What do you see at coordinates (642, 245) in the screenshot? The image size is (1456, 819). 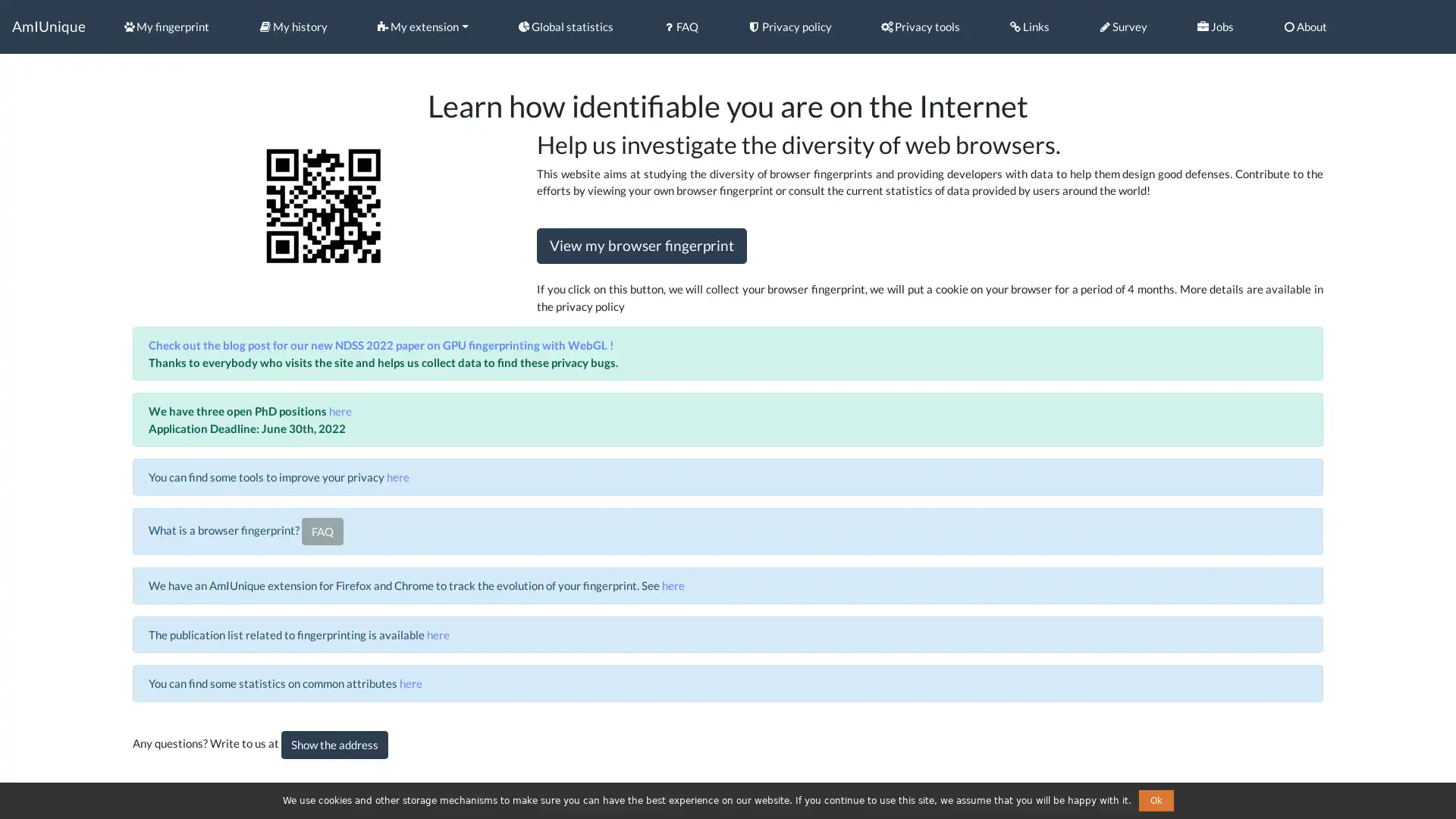 I see `View my browser fingerprint` at bounding box center [642, 245].